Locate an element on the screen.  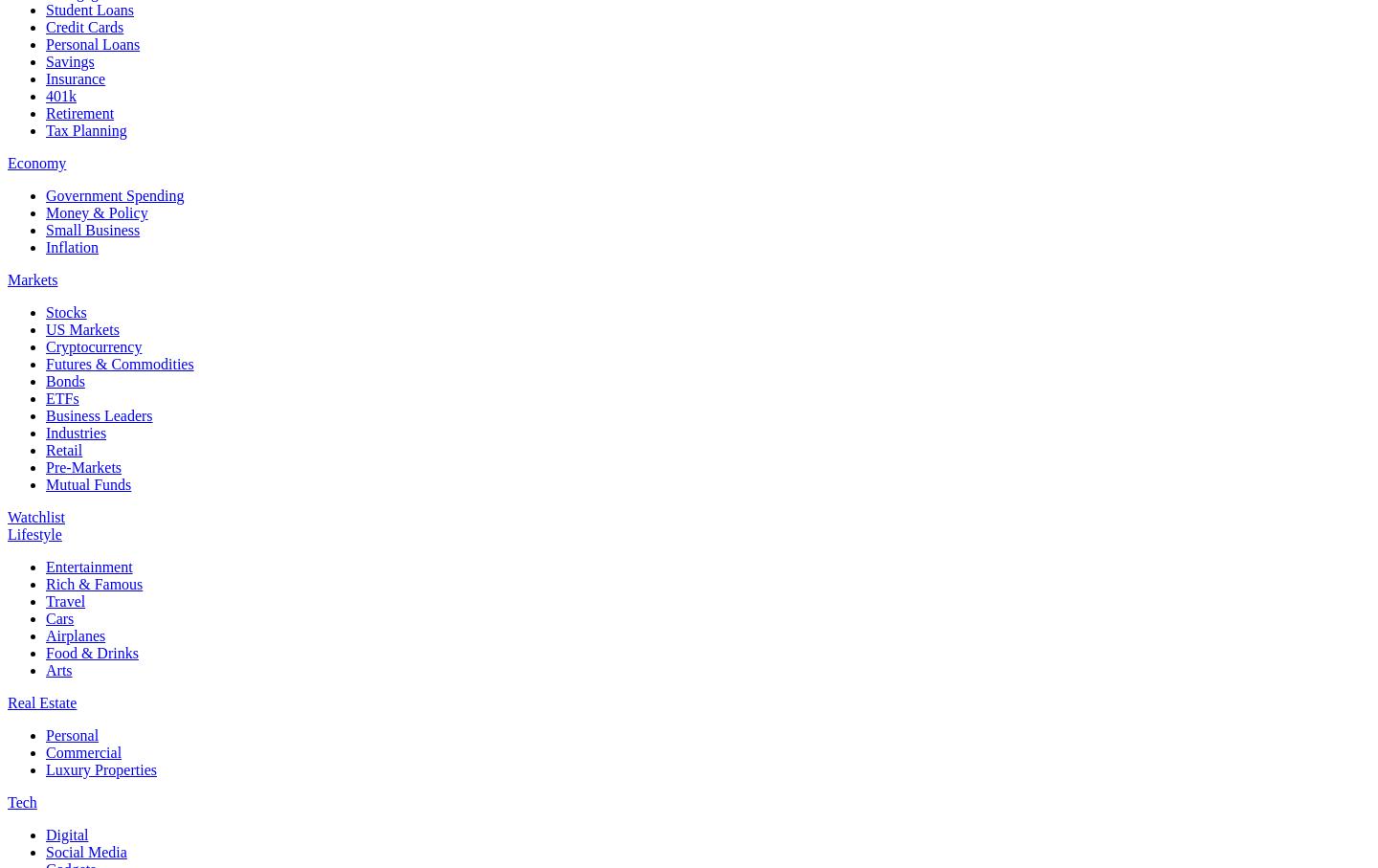
'Student Loans' is located at coordinates (90, 8).